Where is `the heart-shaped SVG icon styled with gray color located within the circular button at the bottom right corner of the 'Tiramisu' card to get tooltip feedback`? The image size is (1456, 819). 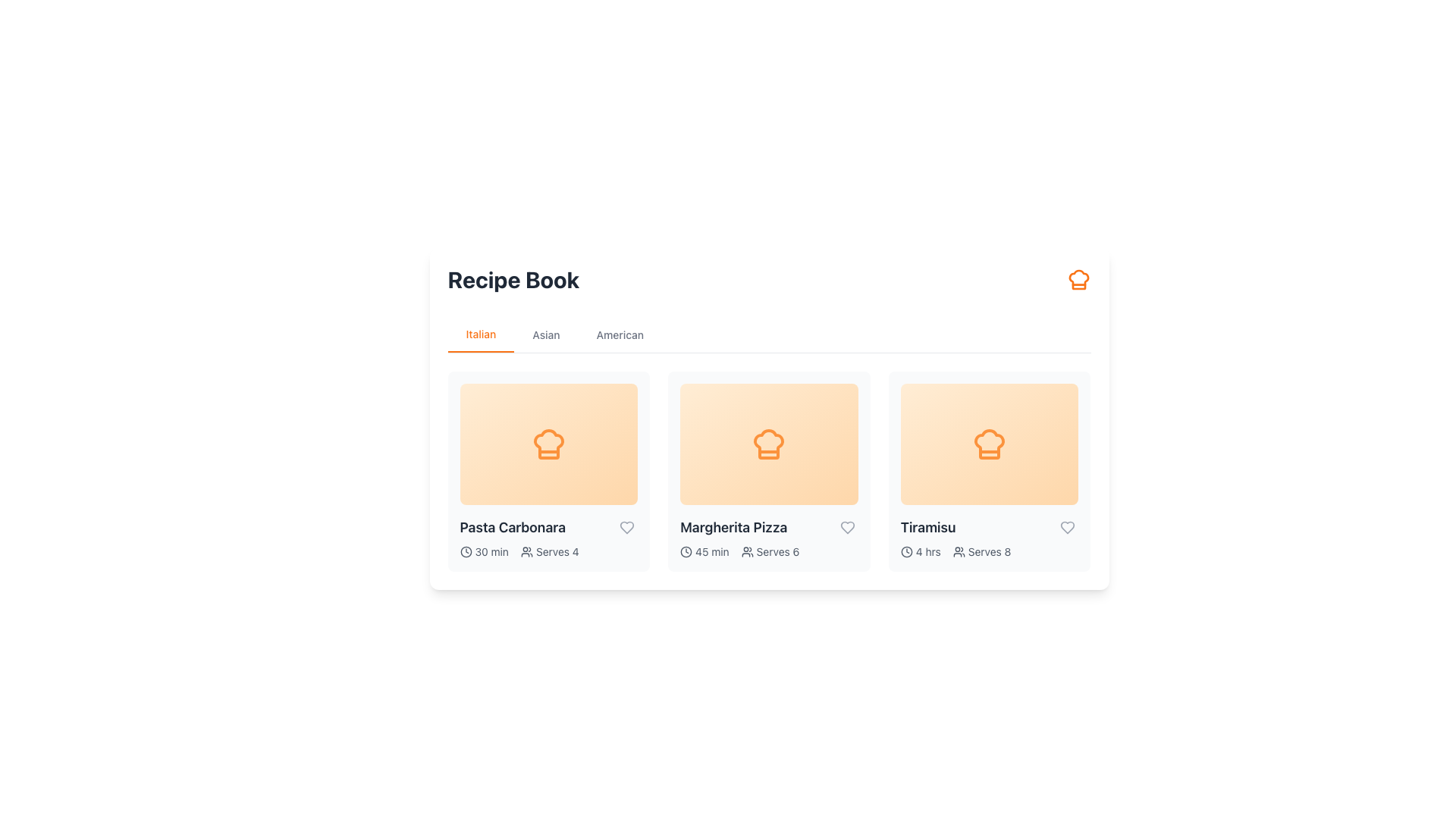 the heart-shaped SVG icon styled with gray color located within the circular button at the bottom right corner of the 'Tiramisu' card to get tooltip feedback is located at coordinates (1067, 526).